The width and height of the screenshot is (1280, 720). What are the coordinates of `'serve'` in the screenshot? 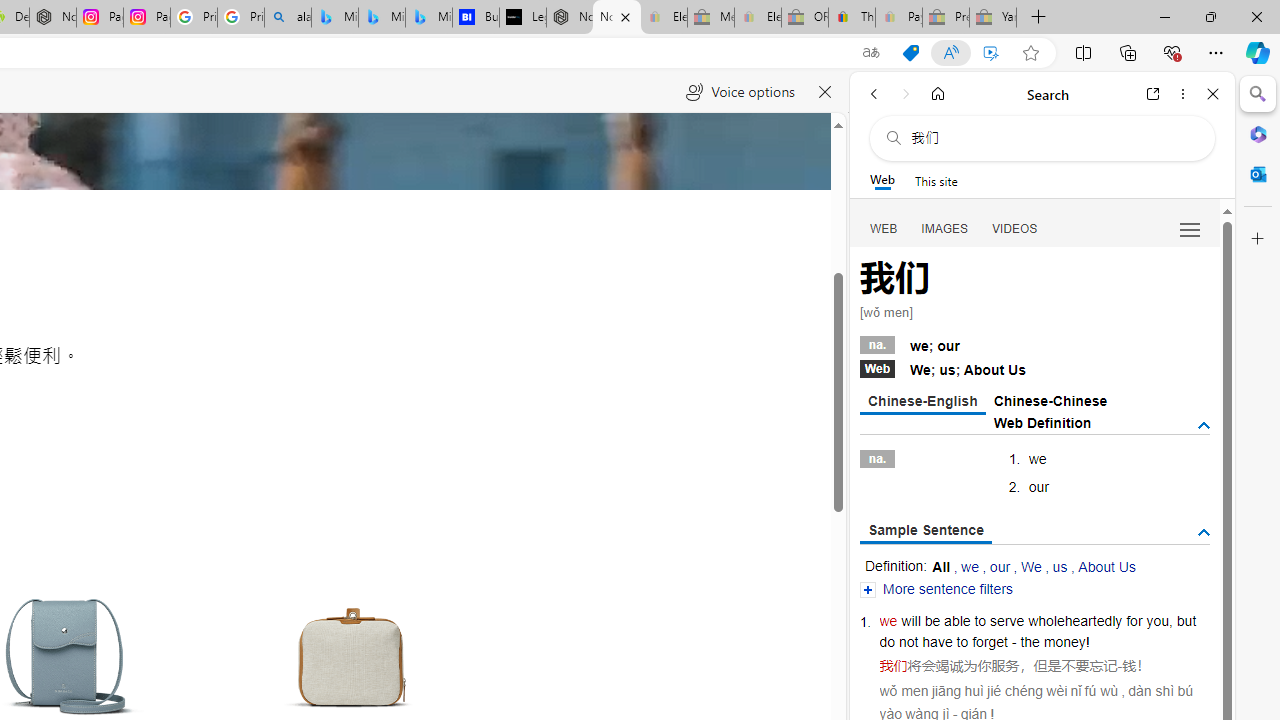 It's located at (1007, 620).